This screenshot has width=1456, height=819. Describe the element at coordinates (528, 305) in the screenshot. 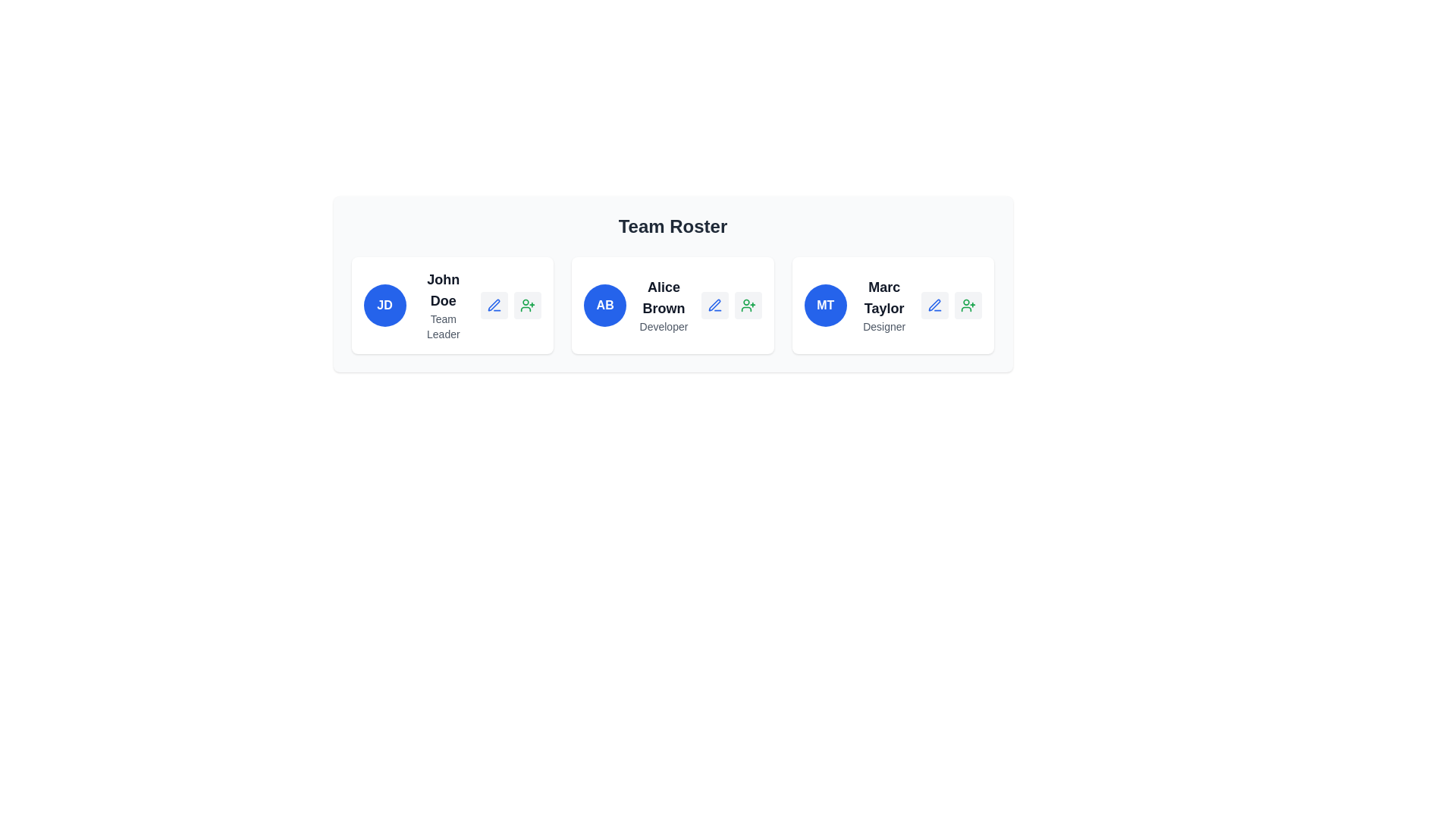

I see `the user icon with a plus sign, which is located to the right of 'John Doe' and below the 'Team Roster' header` at that location.